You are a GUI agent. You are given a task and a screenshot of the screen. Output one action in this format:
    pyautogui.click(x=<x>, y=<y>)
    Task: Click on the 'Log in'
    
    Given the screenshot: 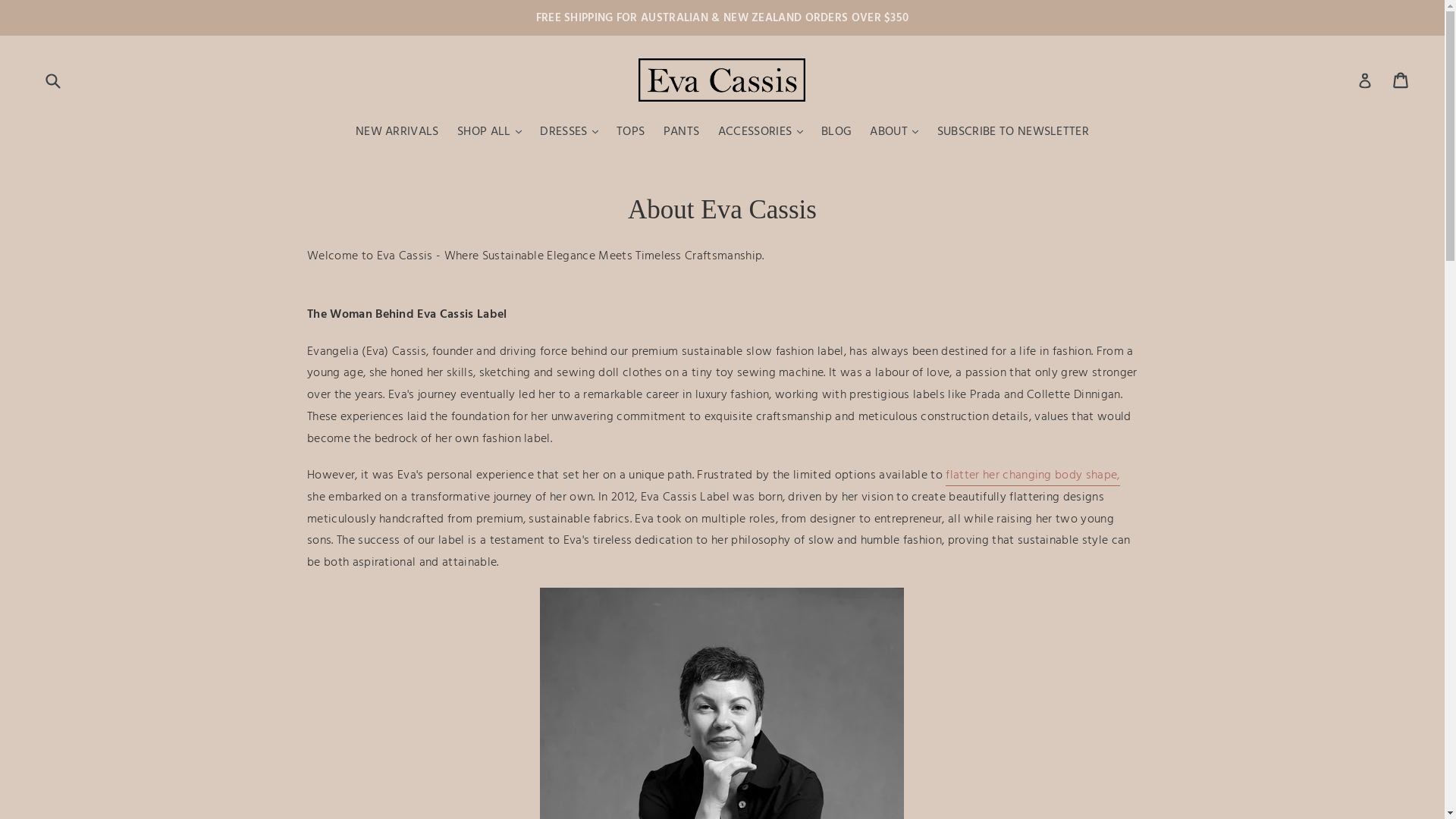 What is the action you would take?
    pyautogui.click(x=1365, y=80)
    